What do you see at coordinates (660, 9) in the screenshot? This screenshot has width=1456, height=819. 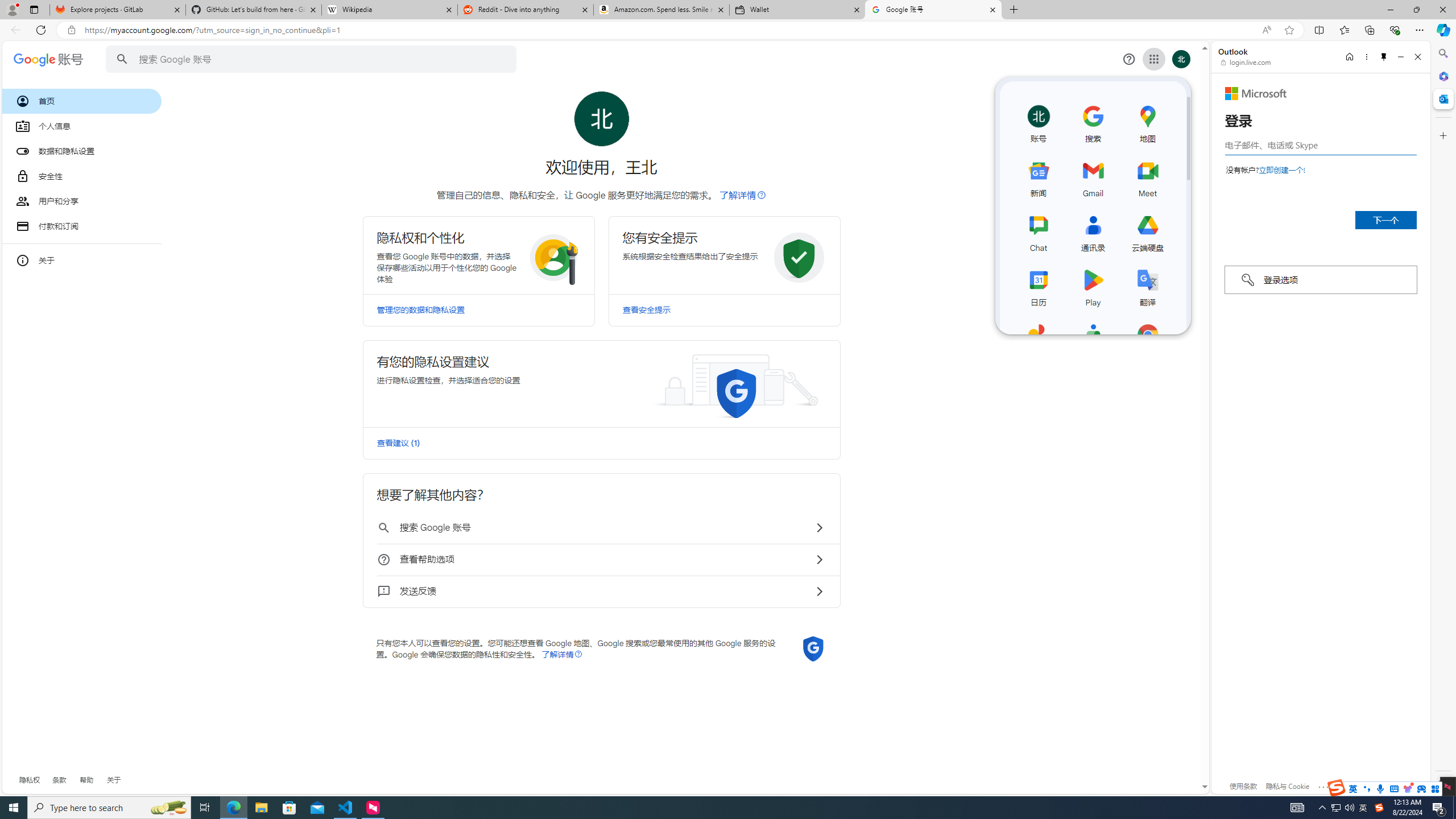 I see `'Amazon.com. Spend less. Smile more.'` at bounding box center [660, 9].